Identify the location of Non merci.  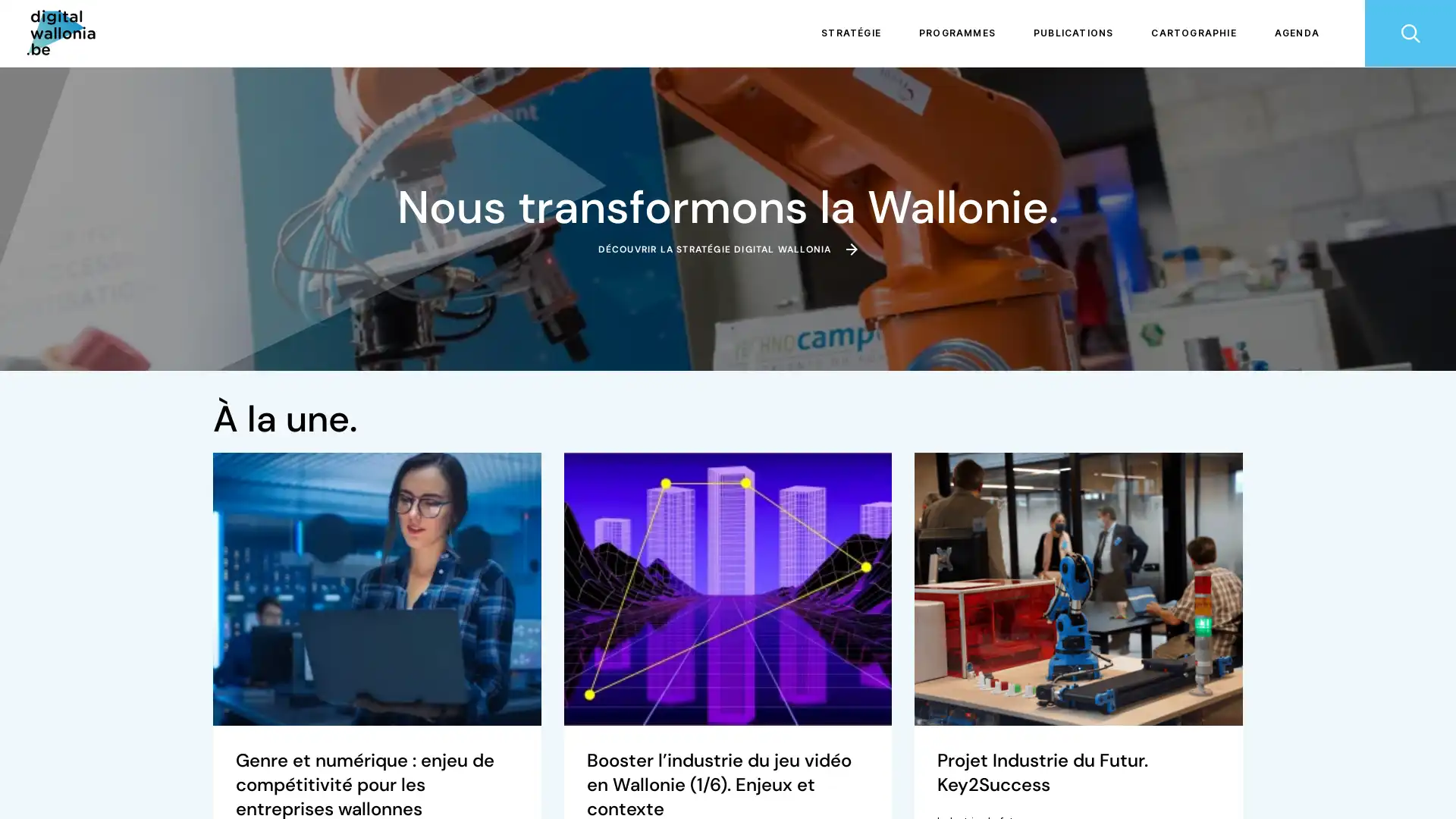
(67, 742).